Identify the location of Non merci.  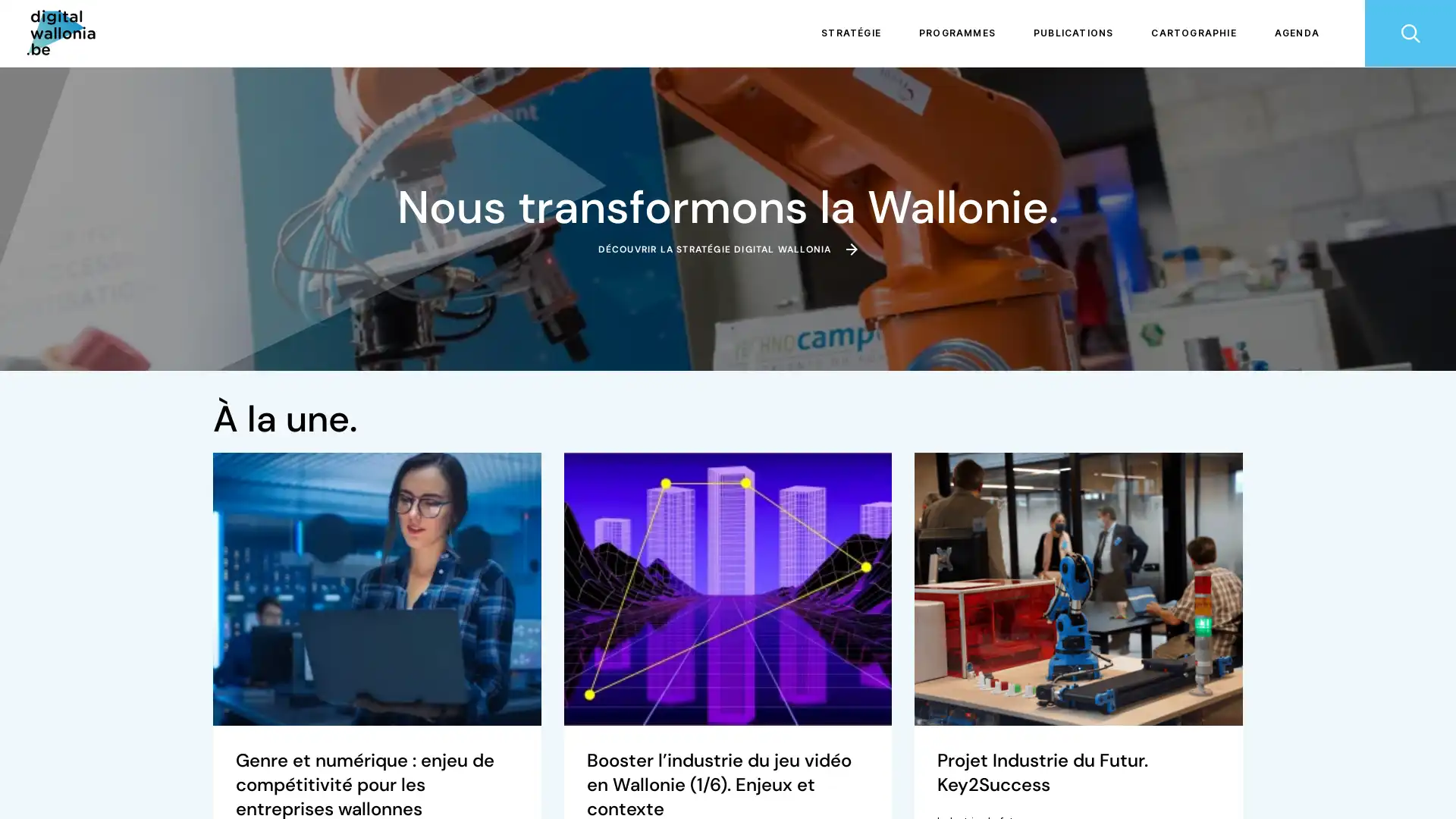
(67, 742).